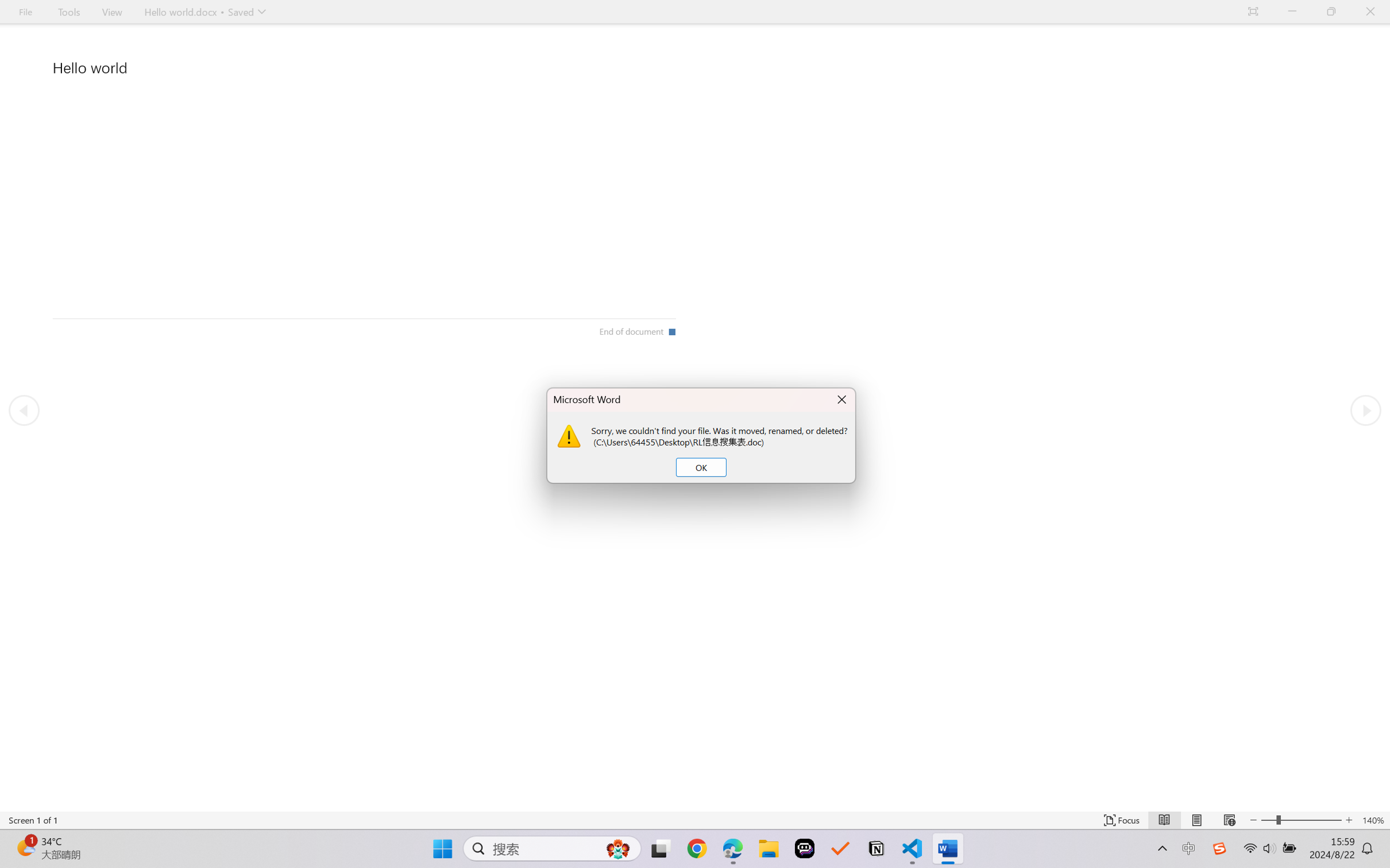 The image size is (1390, 868). I want to click on 'Text Size', so click(1302, 820).